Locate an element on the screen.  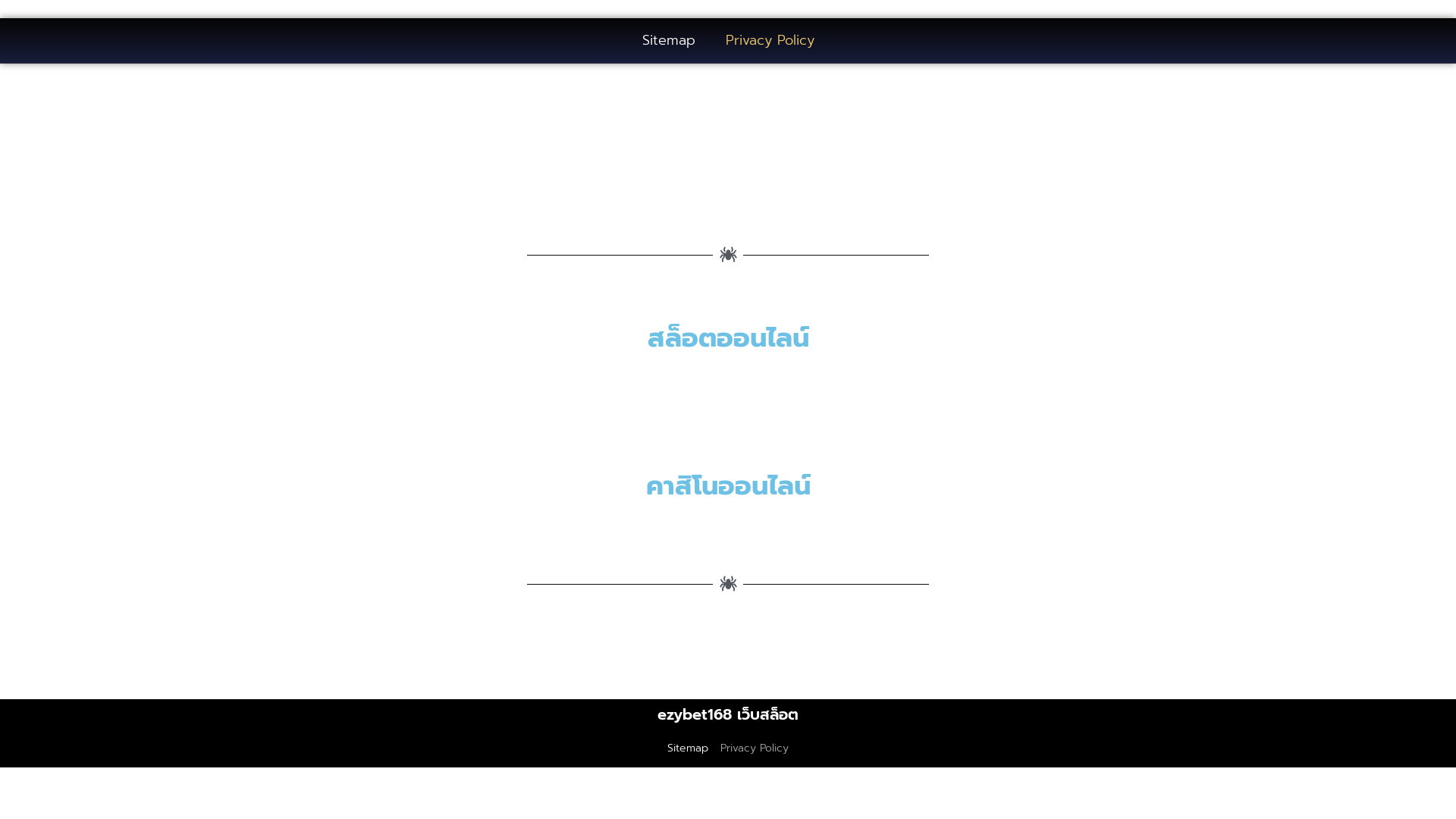
'Privacy Policy' is located at coordinates (769, 39).